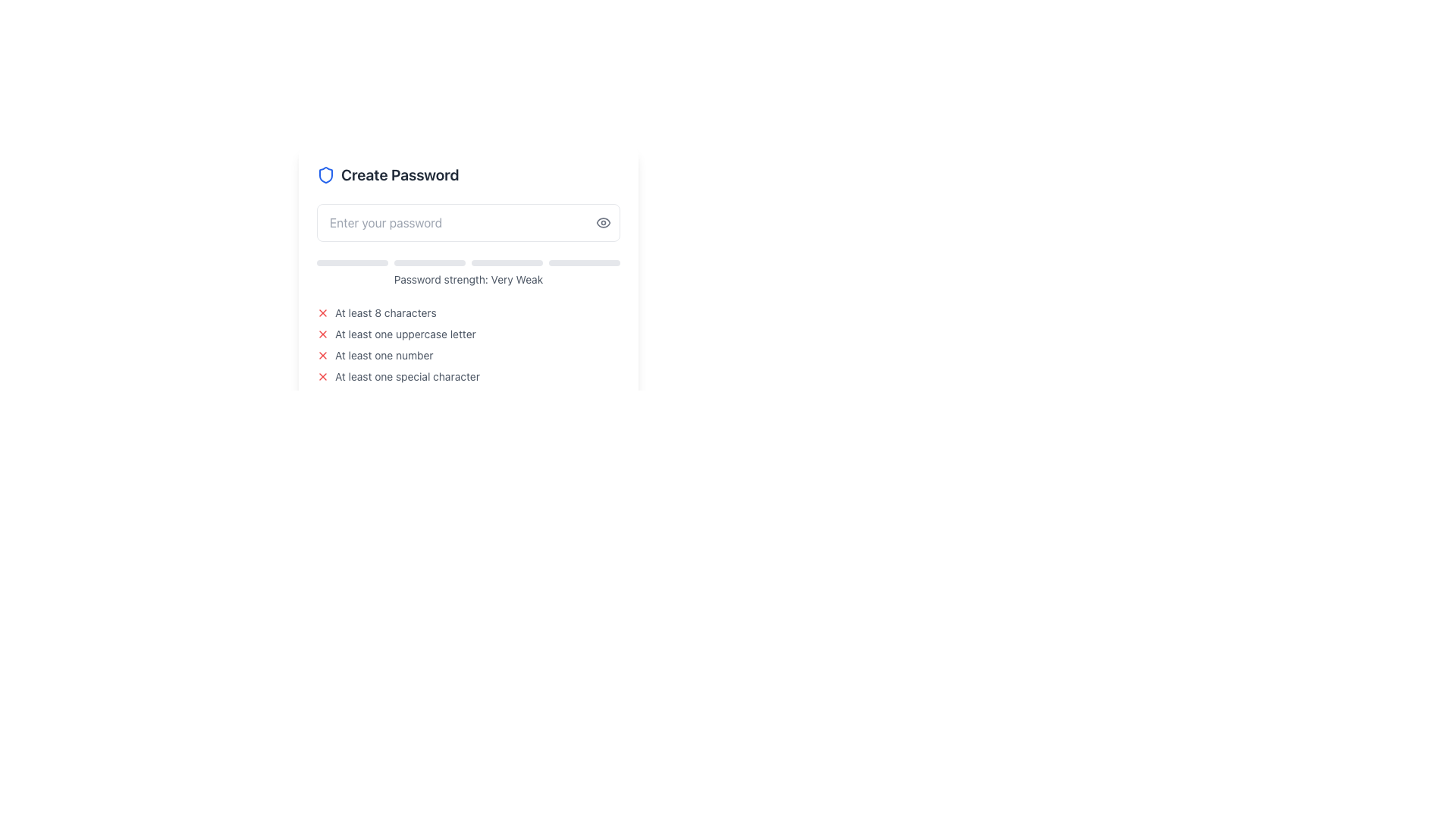  Describe the element at coordinates (468, 312) in the screenshot. I see `text 'At least 8 characters' displayed next to the red 'X' icon indicating a password requirement that is not currently met` at that location.